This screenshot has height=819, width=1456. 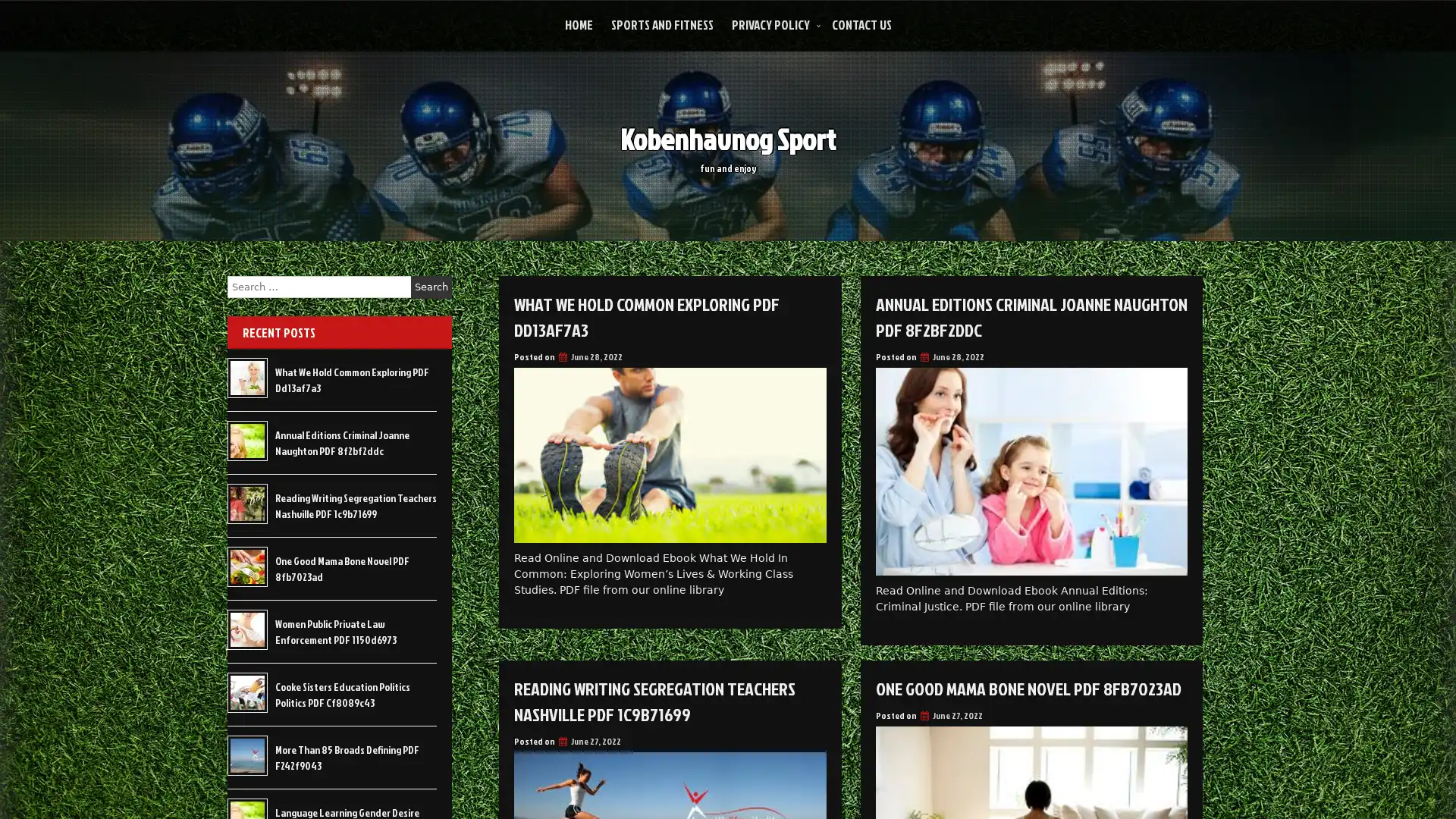 What do you see at coordinates (431, 287) in the screenshot?
I see `Search` at bounding box center [431, 287].